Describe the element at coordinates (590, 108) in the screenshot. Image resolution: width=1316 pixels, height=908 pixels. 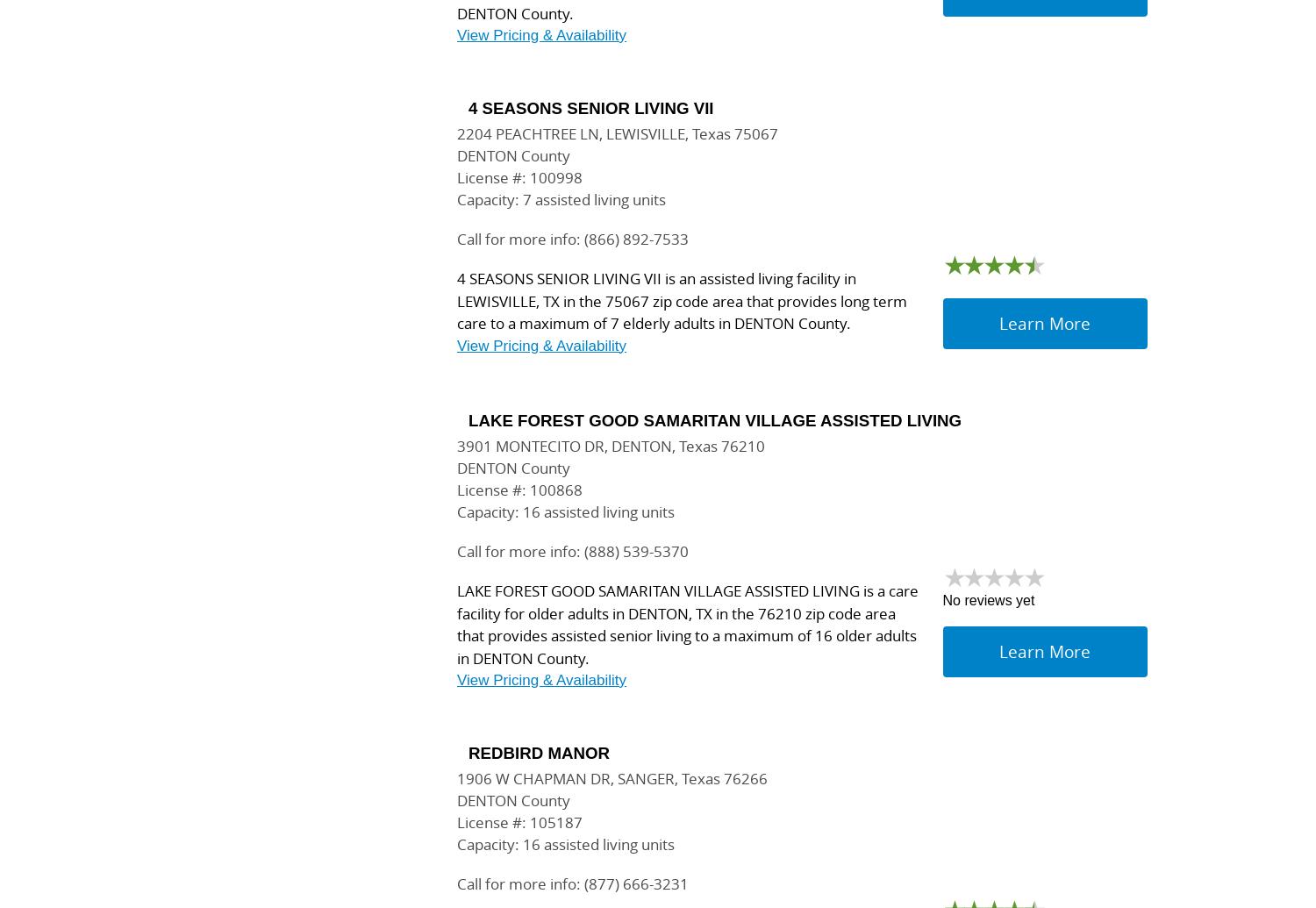
I see `'4 SEASONS SENIOR LIVING VII'` at that location.